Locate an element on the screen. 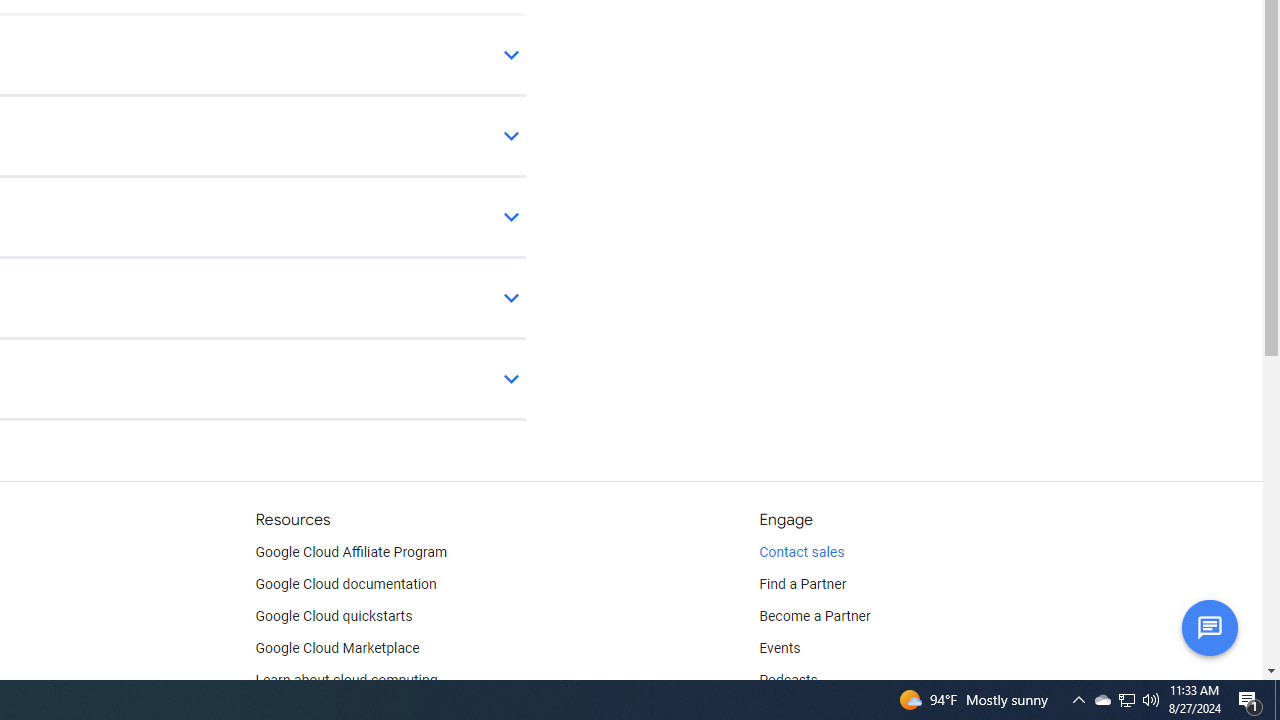 Image resolution: width=1280 pixels, height=720 pixels. 'Google Cloud Marketplace' is located at coordinates (337, 649).